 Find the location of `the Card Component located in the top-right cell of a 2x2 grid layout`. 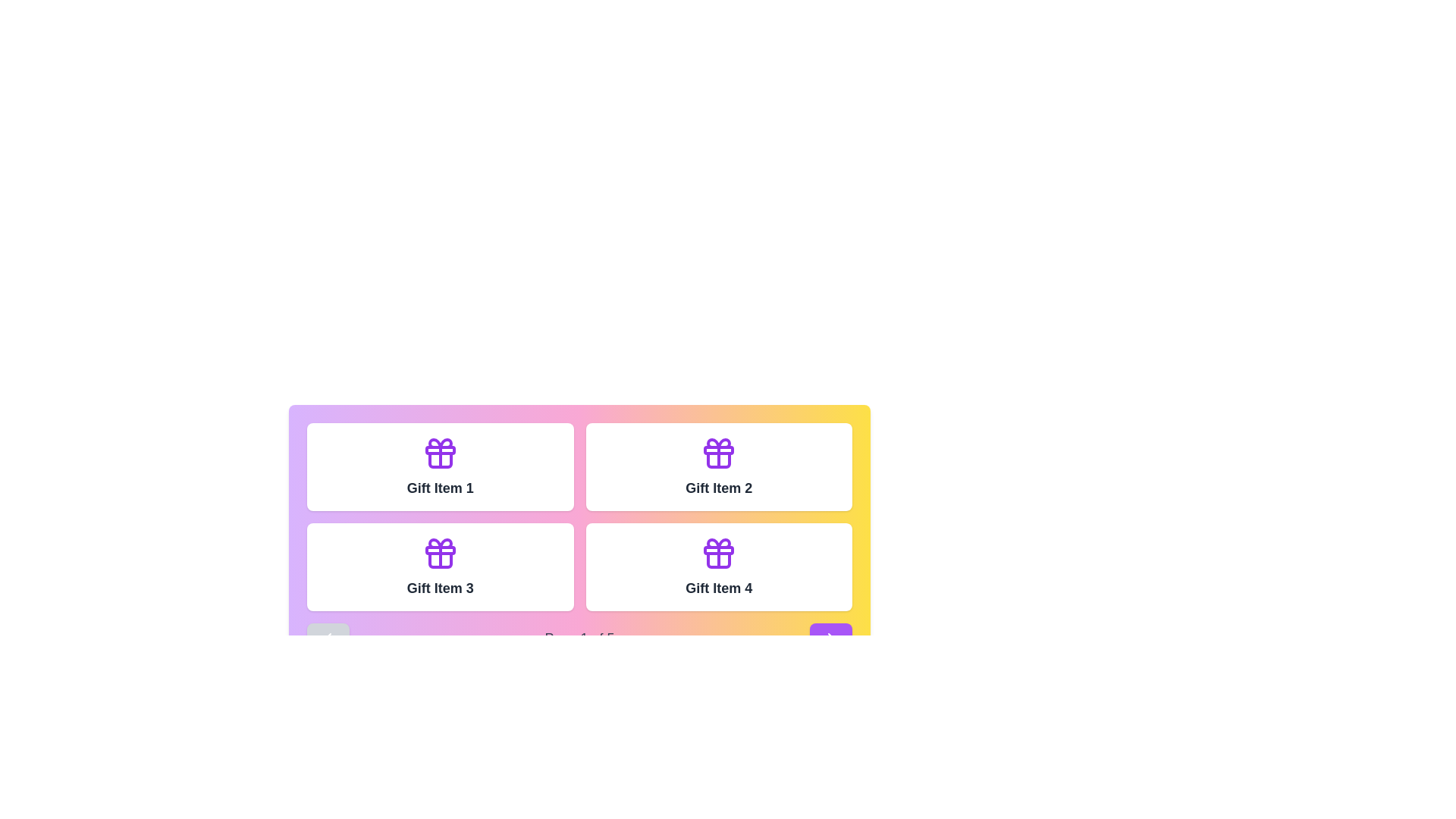

the Card Component located in the top-right cell of a 2x2 grid layout is located at coordinates (718, 466).